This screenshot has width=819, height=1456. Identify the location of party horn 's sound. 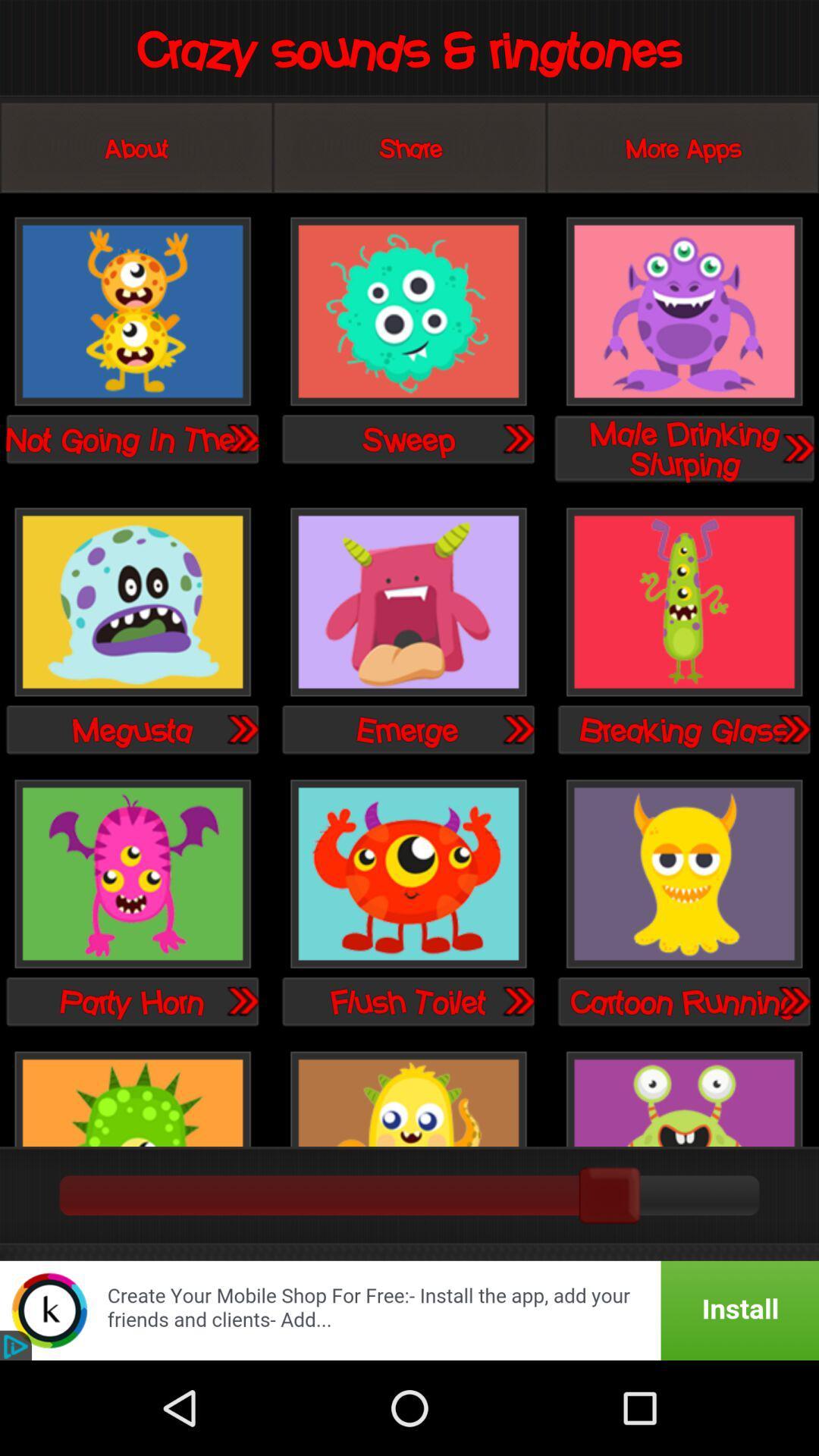
(241, 1001).